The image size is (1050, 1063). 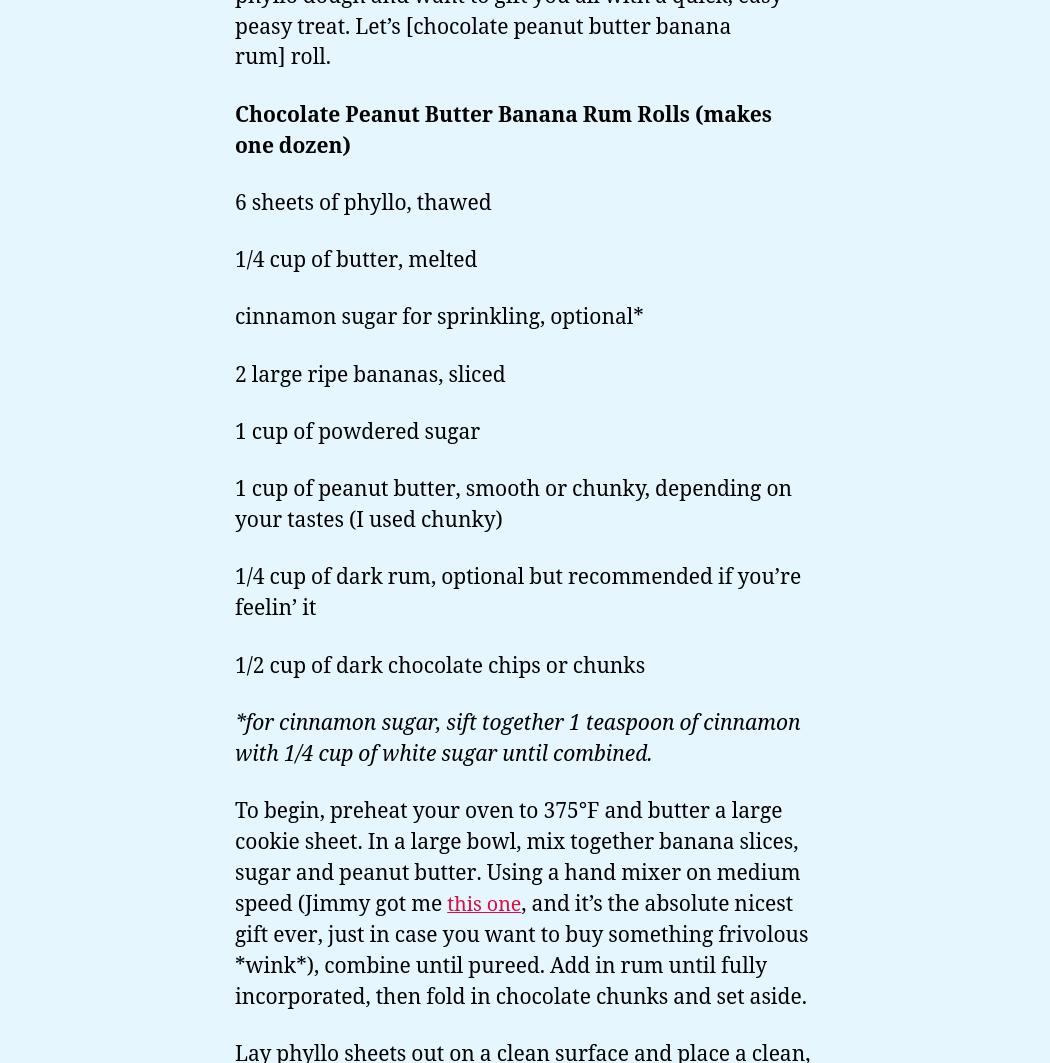 I want to click on 'Create a free website or blog at WordPress.com.', so click(x=428, y=850).